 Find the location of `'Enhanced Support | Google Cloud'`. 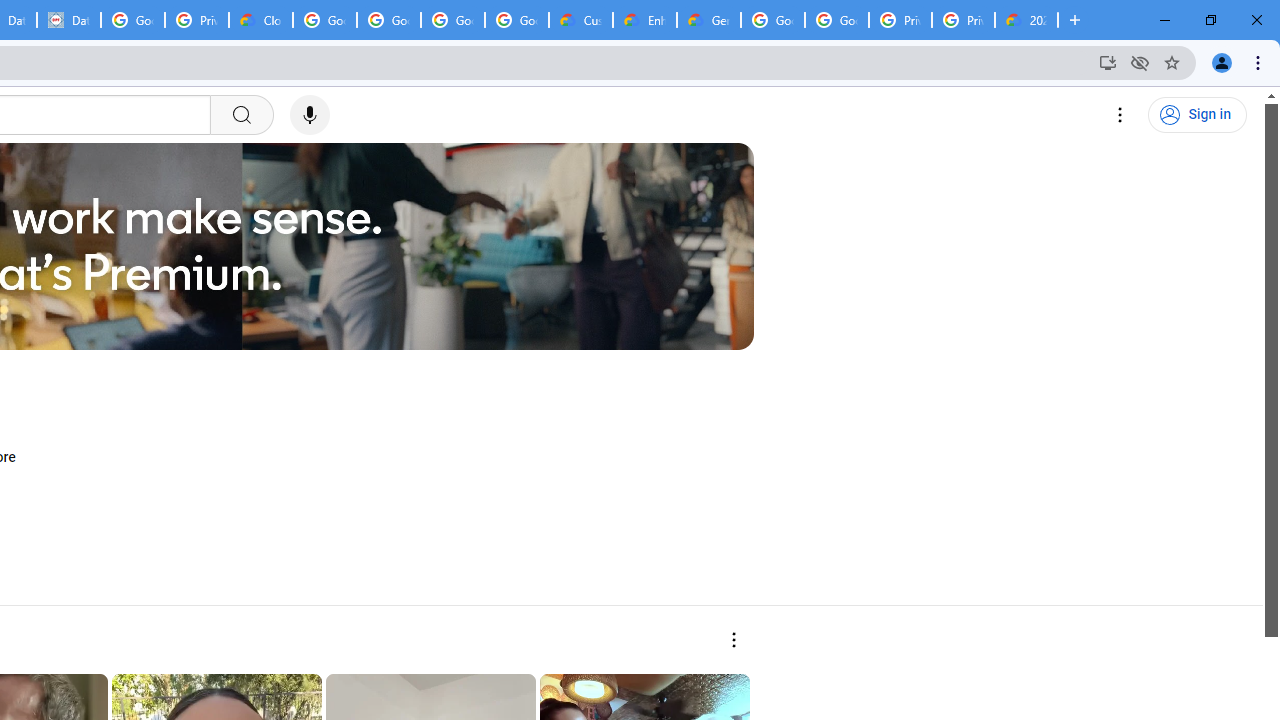

'Enhanced Support | Google Cloud' is located at coordinates (645, 20).